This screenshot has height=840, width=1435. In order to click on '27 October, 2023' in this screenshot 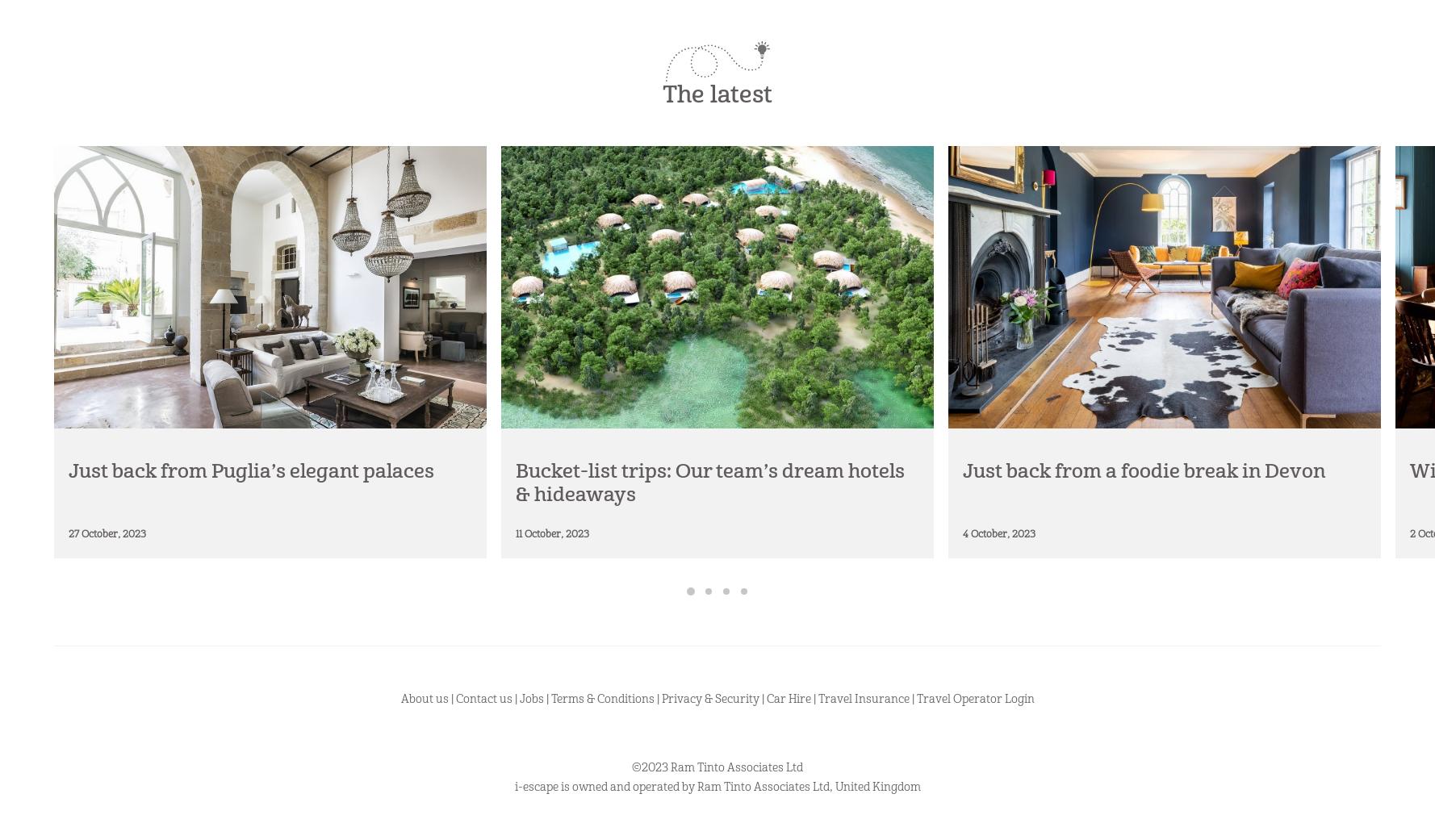, I will do `click(107, 533)`.